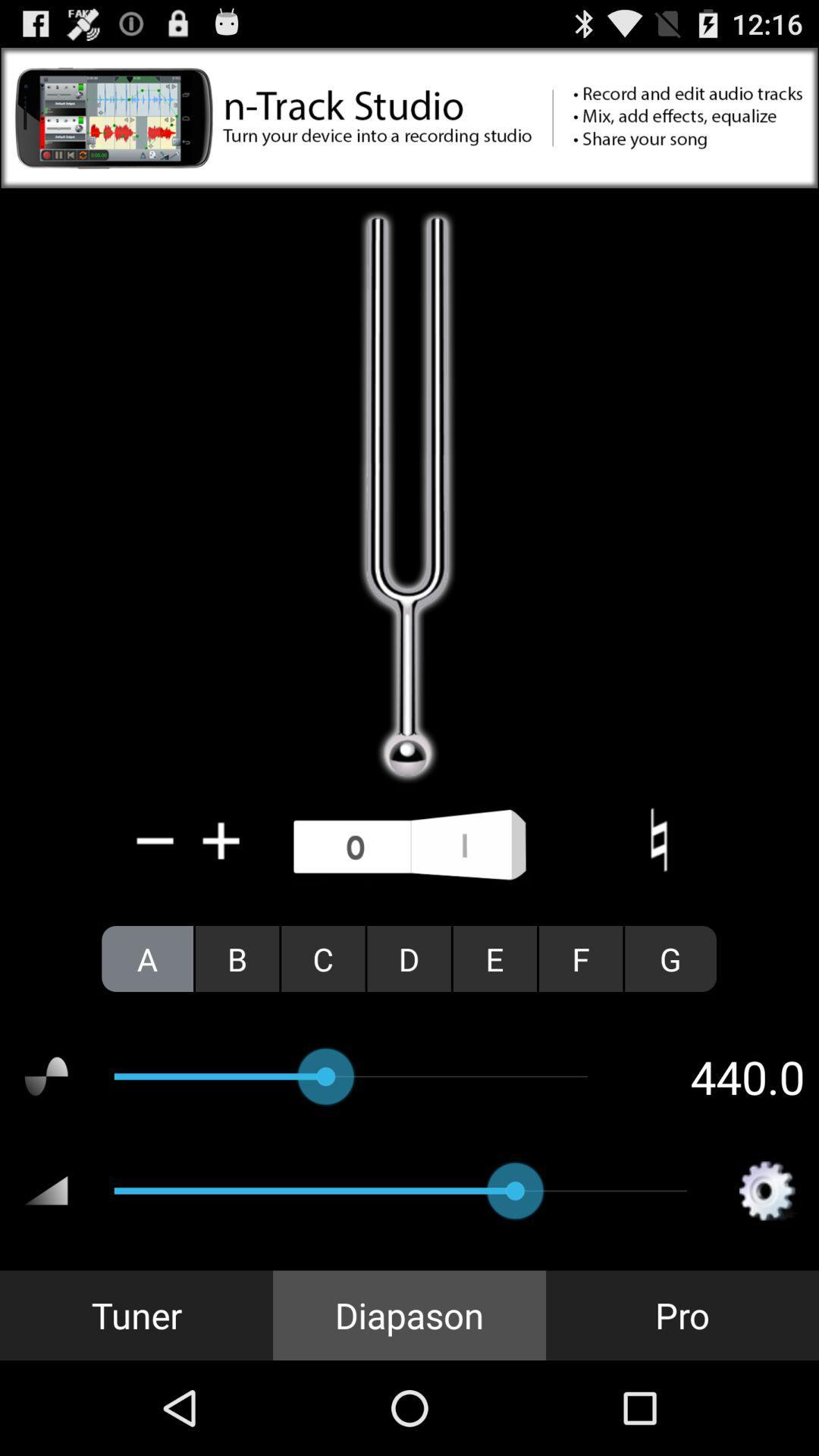  Describe the element at coordinates (580, 958) in the screenshot. I see `f item` at that location.